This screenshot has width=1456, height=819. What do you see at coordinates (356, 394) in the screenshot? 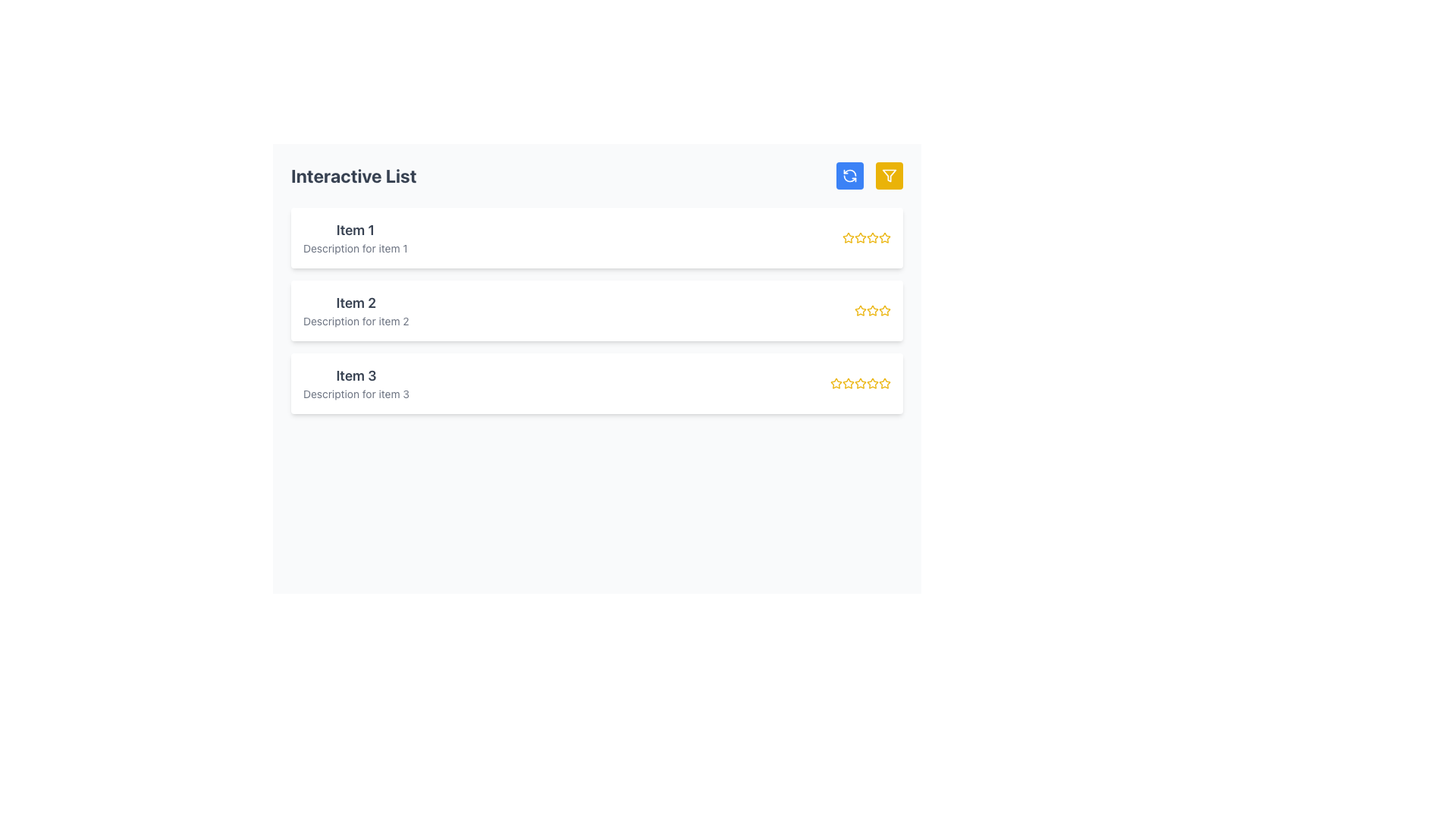
I see `the text label styled with a gray font color and small font size containing the text 'Description for item 3', located below the 'Item 3' label in a vertical layout within the third item of a structured list` at bounding box center [356, 394].